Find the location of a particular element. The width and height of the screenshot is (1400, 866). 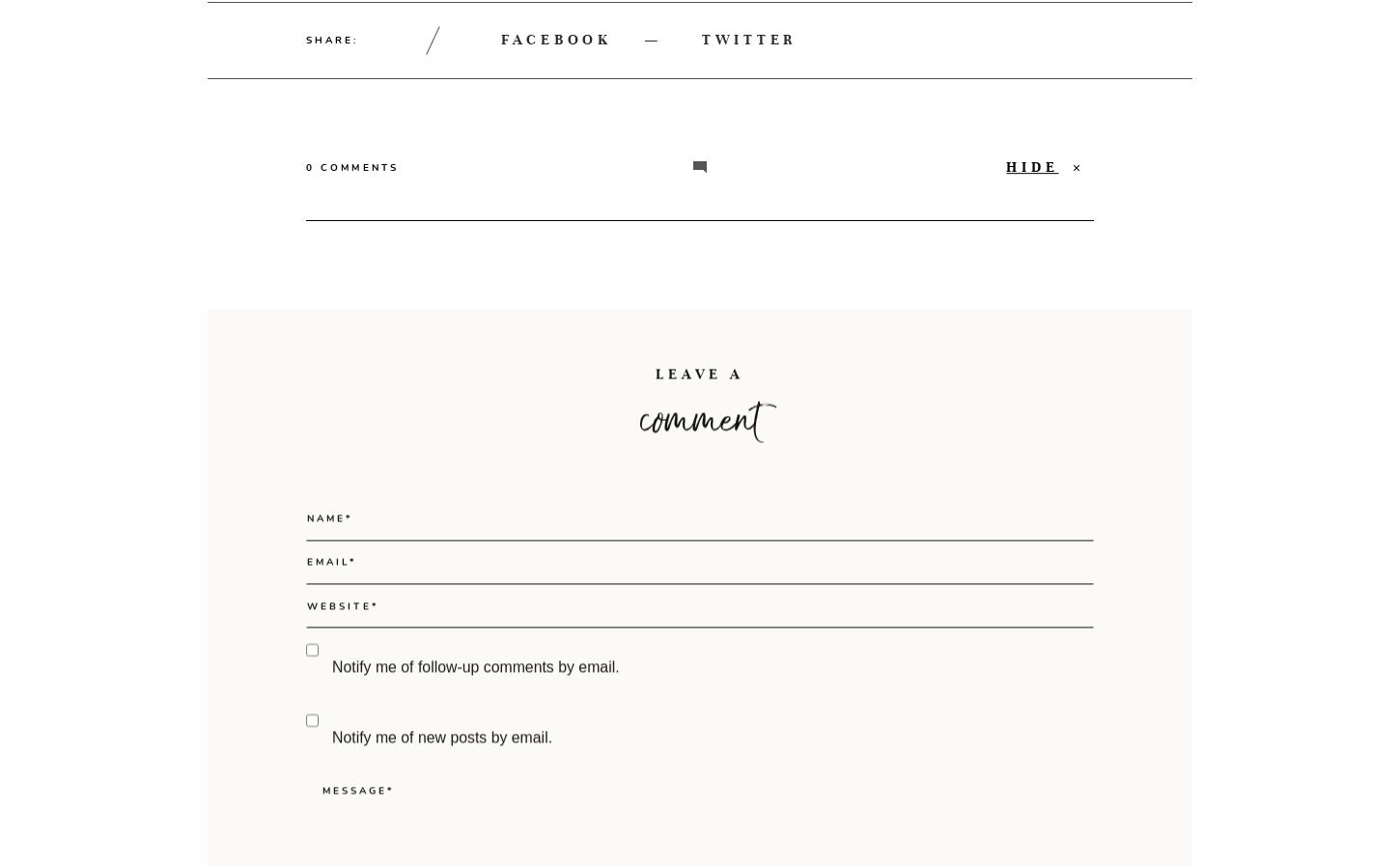

'SHARE:' is located at coordinates (331, 38).